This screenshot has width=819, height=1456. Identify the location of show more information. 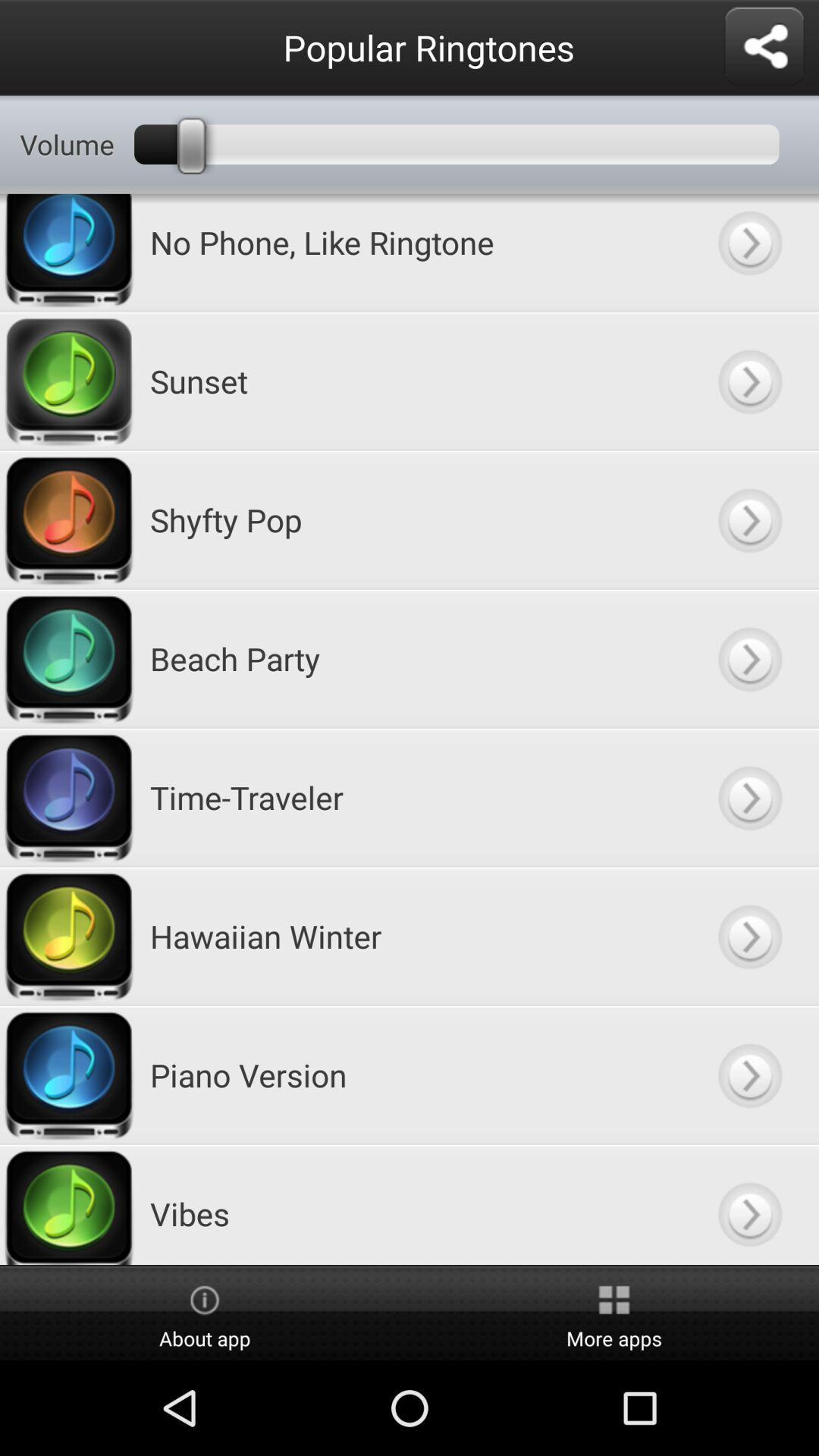
(748, 658).